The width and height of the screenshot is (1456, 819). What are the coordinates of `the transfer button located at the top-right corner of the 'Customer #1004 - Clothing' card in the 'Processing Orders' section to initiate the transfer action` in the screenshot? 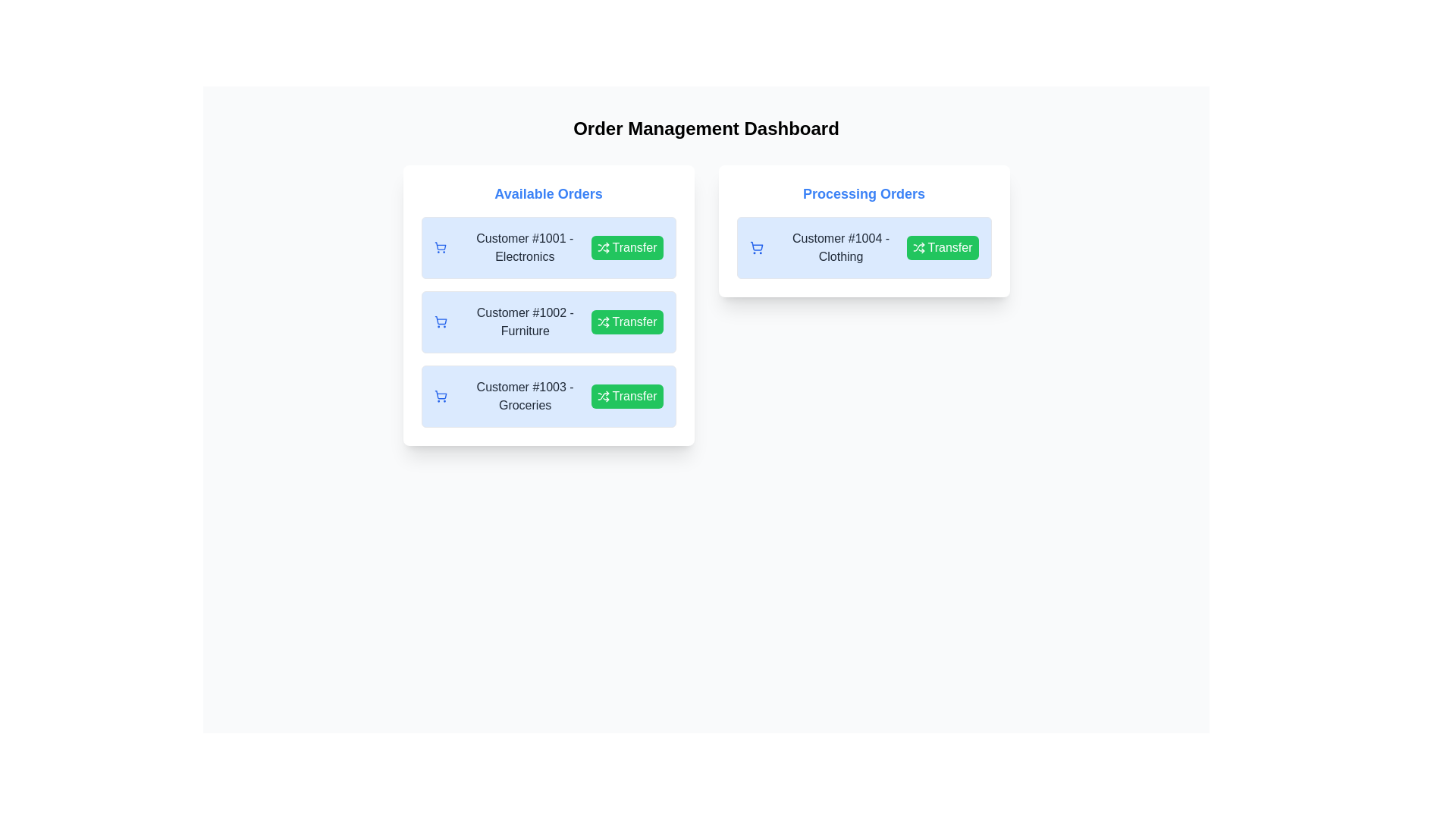 It's located at (942, 247).